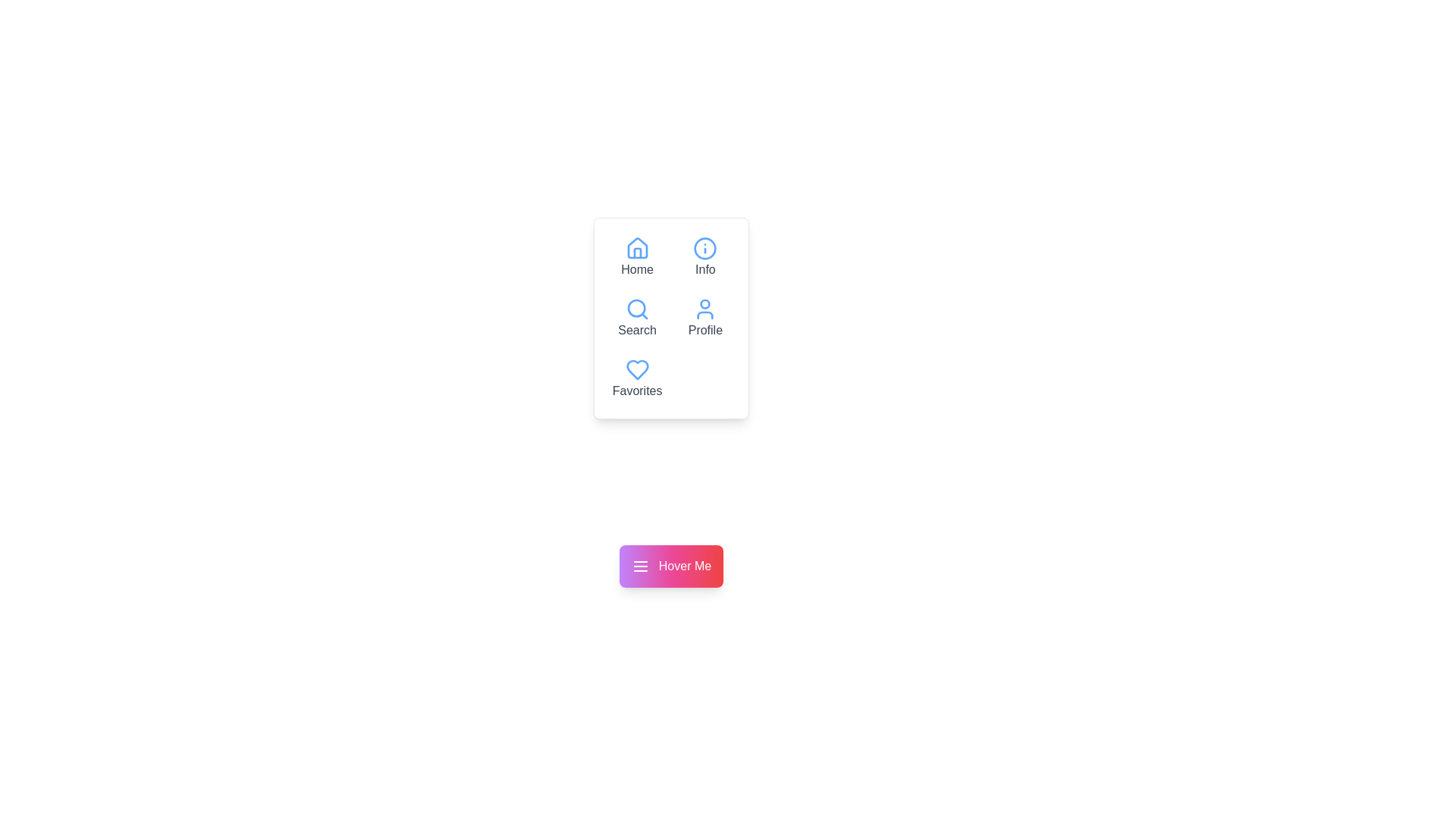 The width and height of the screenshot is (1456, 819). What do you see at coordinates (704, 304) in the screenshot?
I see `the blue circular graphical component representing the user profile icon, which is positioned at the top center of the icon` at bounding box center [704, 304].